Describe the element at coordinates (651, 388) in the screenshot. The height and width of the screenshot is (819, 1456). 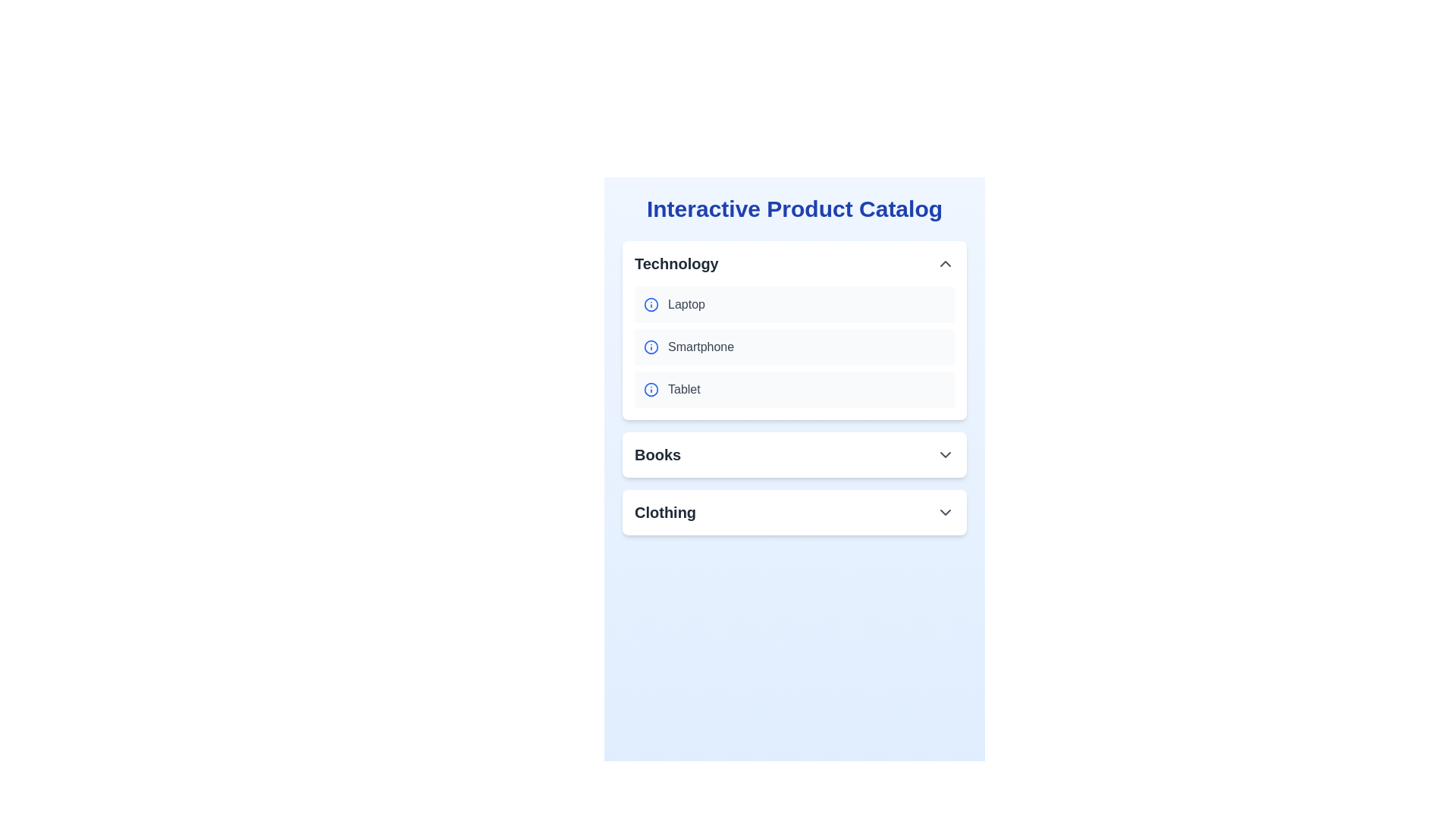
I see `the circular blue outlined icon associated with the label 'Tablet', which is positioned to the left of the text` at that location.